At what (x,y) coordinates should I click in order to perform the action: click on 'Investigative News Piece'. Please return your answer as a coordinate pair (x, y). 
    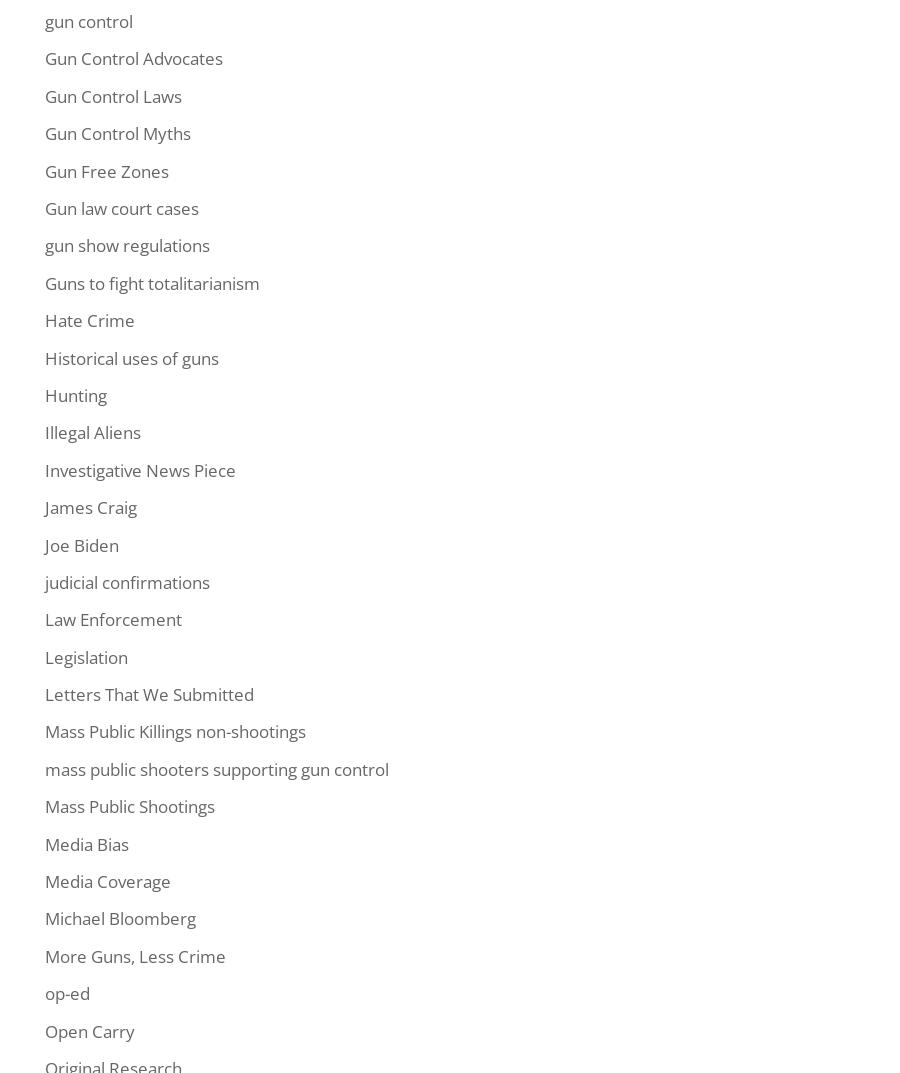
    Looking at the image, I should click on (140, 469).